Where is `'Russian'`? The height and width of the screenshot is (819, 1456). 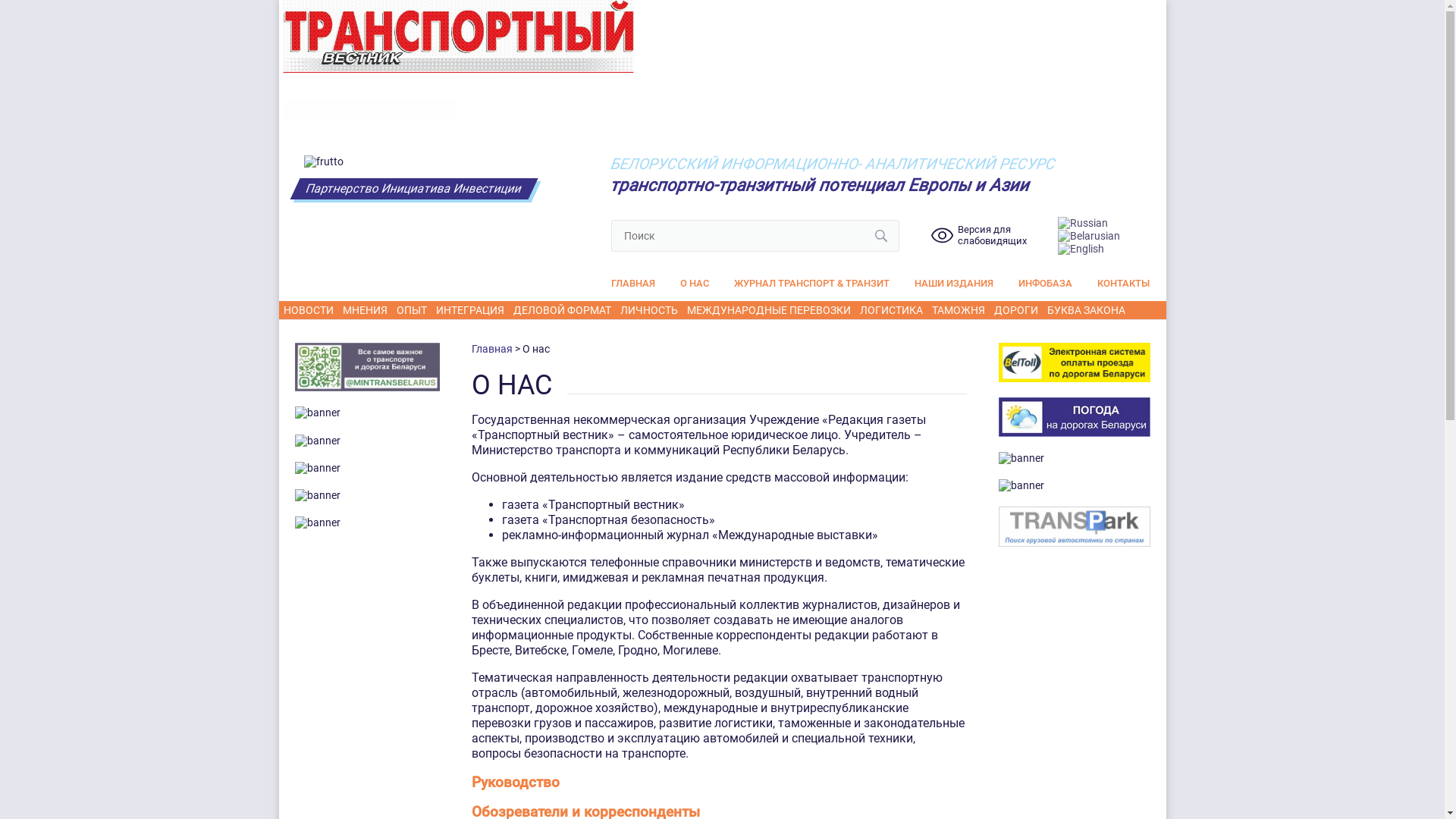 'Russian' is located at coordinates (1082, 222).